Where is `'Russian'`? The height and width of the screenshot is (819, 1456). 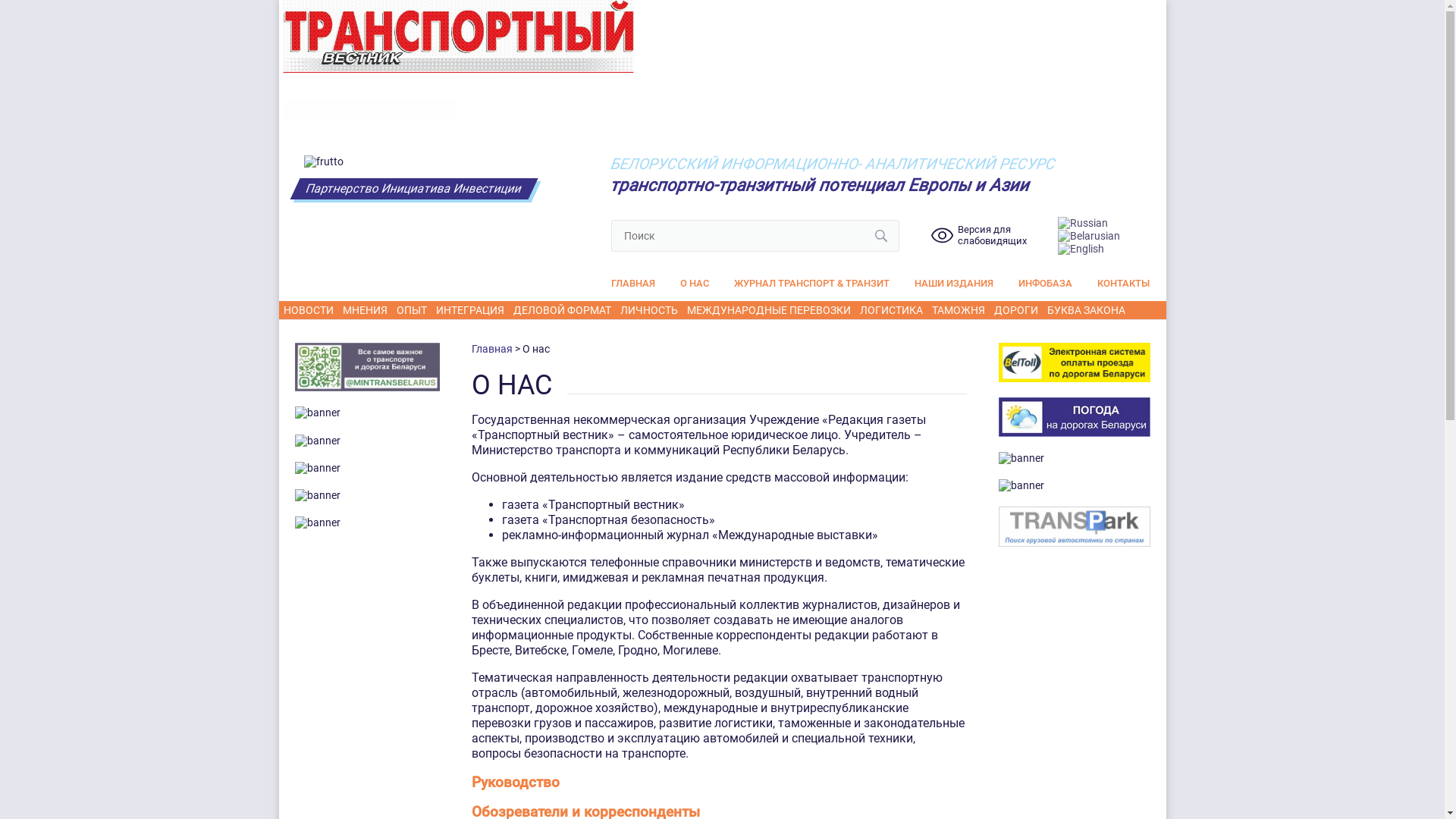 'Russian' is located at coordinates (1082, 222).